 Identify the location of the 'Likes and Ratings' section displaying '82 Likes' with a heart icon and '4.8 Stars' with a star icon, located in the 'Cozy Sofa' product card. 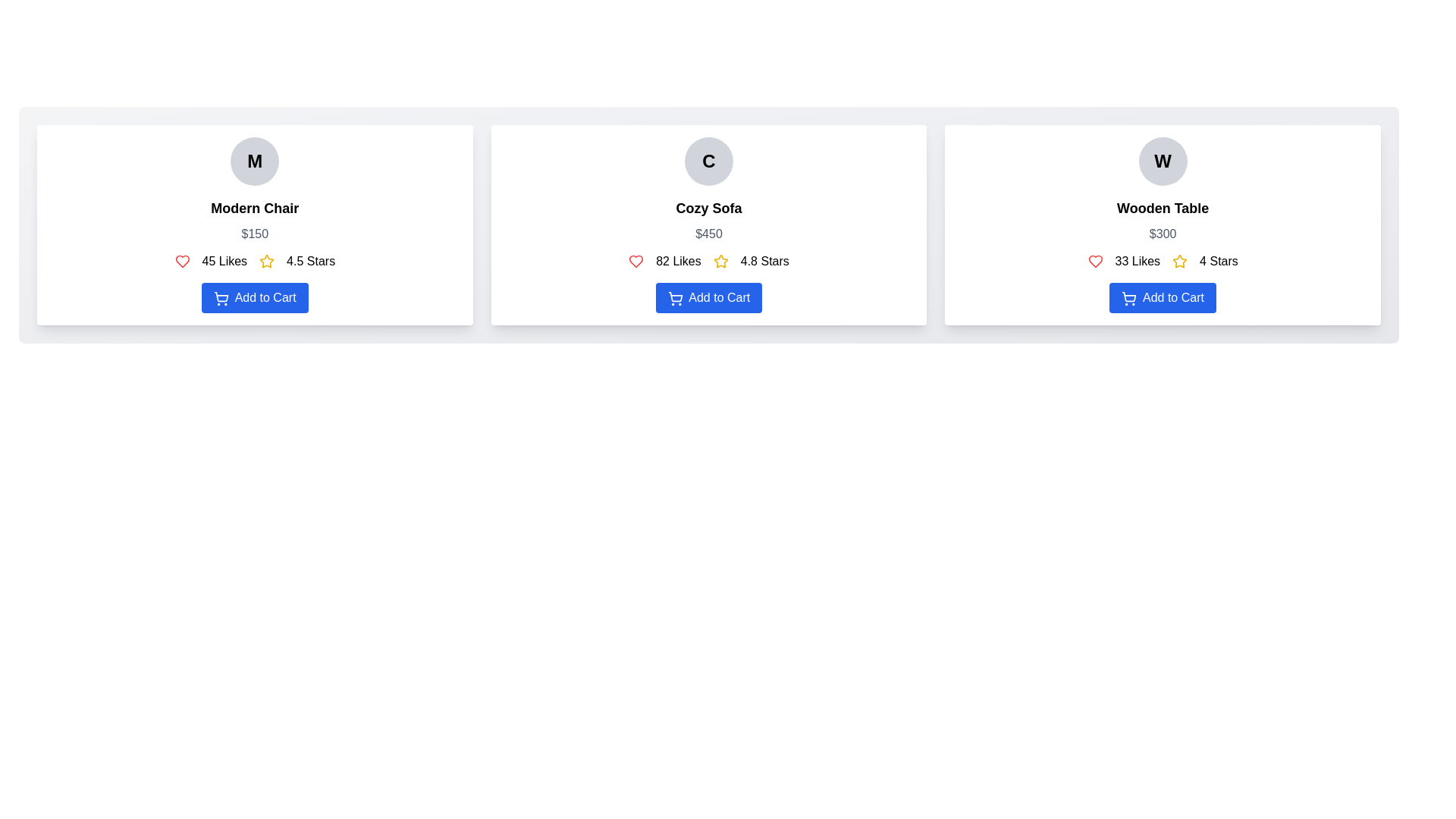
(708, 260).